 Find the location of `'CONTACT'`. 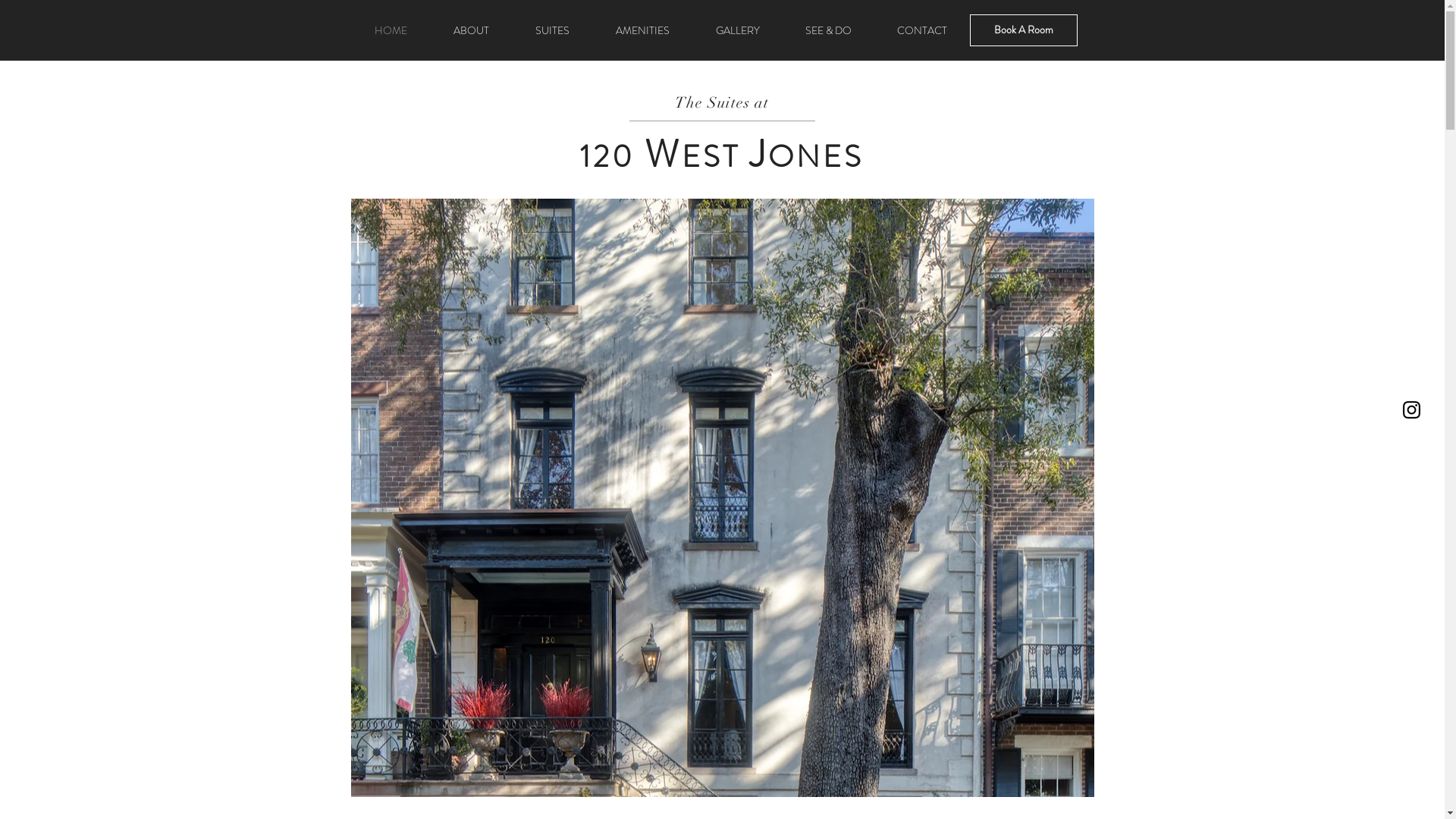

'CONTACT' is located at coordinates (874, 30).